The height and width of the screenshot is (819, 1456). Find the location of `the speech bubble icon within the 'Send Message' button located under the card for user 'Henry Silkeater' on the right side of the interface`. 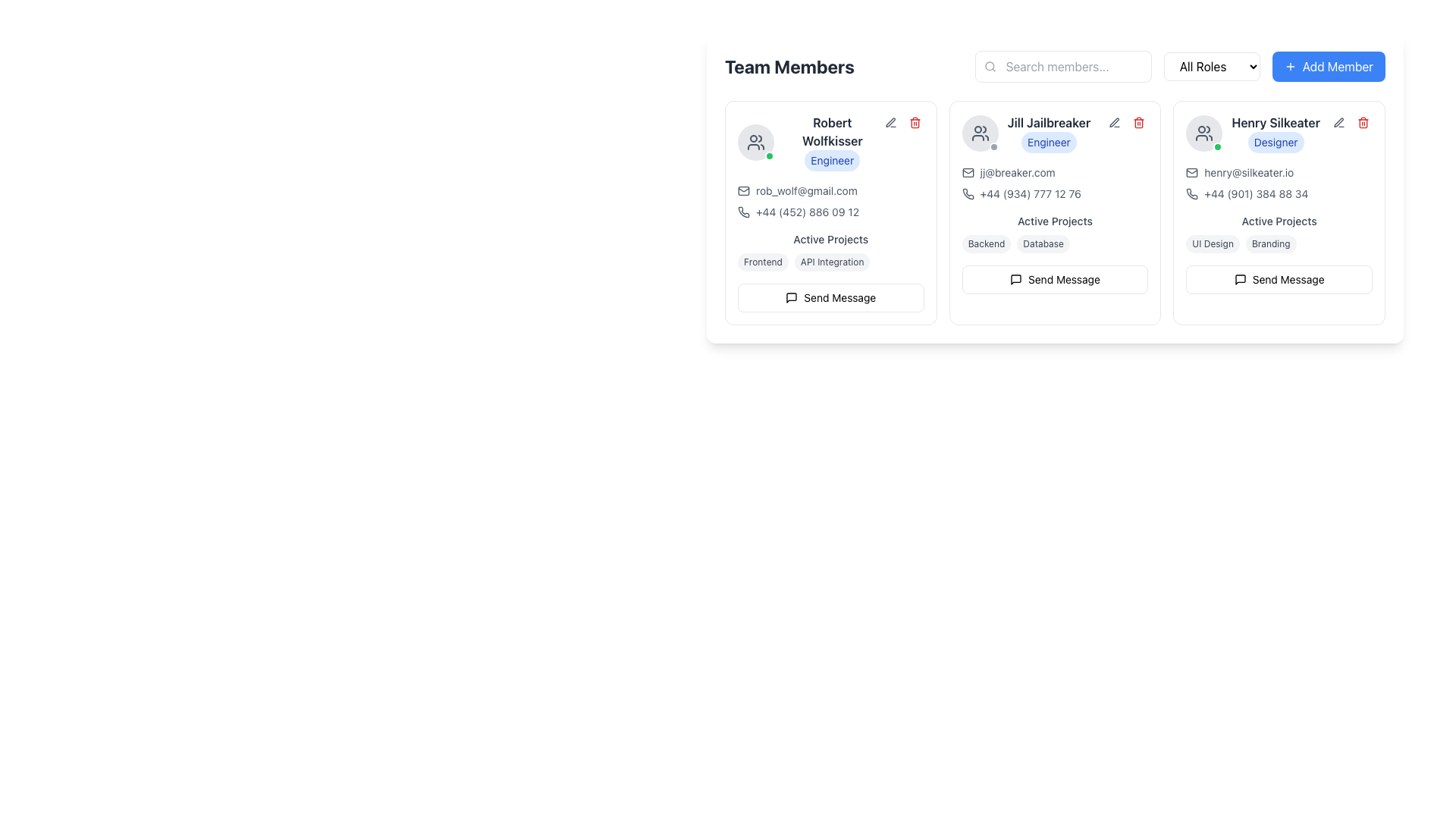

the speech bubble icon within the 'Send Message' button located under the card for user 'Henry Silkeater' on the right side of the interface is located at coordinates (1240, 280).